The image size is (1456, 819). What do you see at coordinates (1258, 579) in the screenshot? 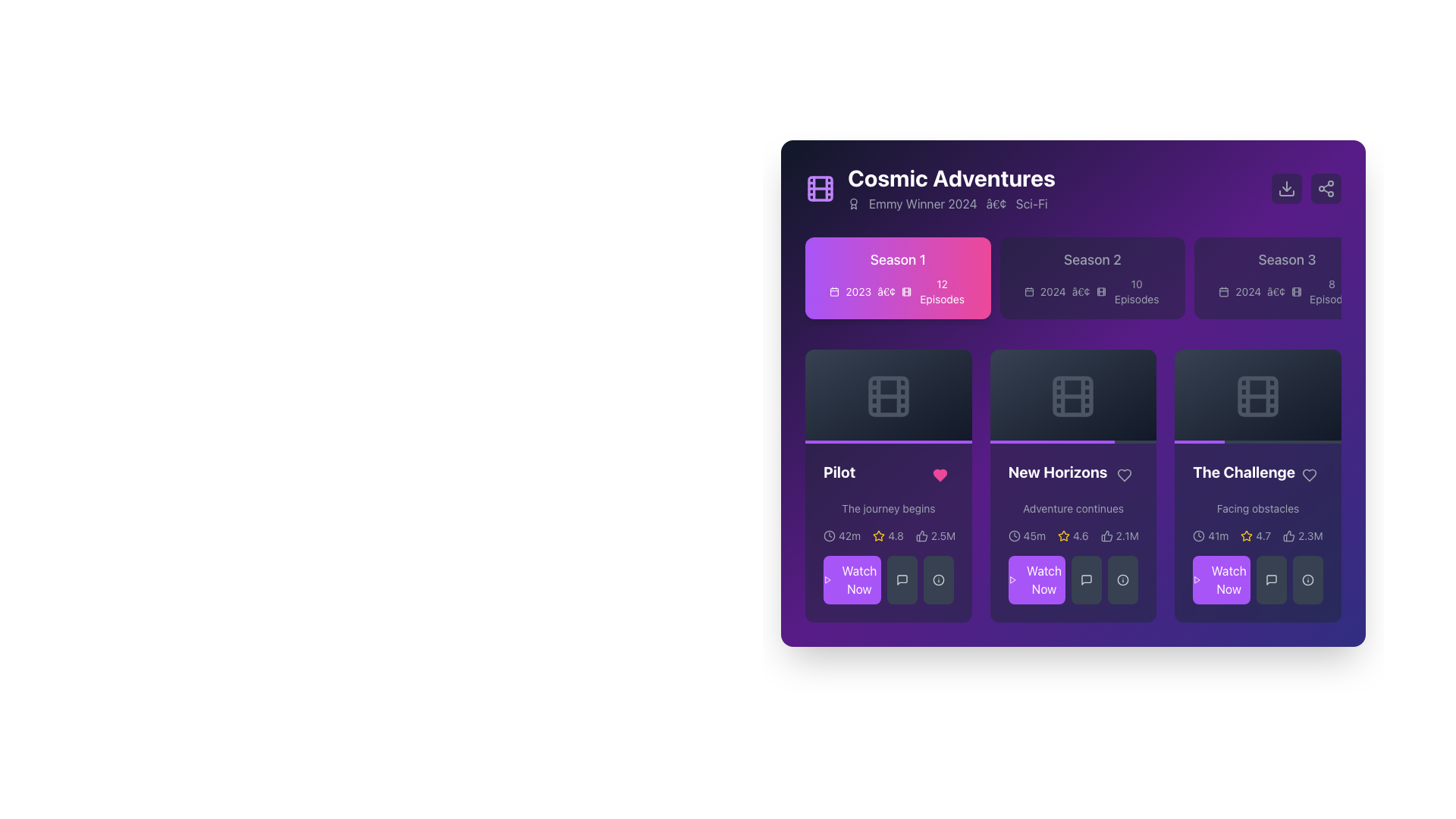
I see `the 'Watch Now' button with a bold purple background and white text located at the bottom left of the 'The Challenge' card` at bounding box center [1258, 579].